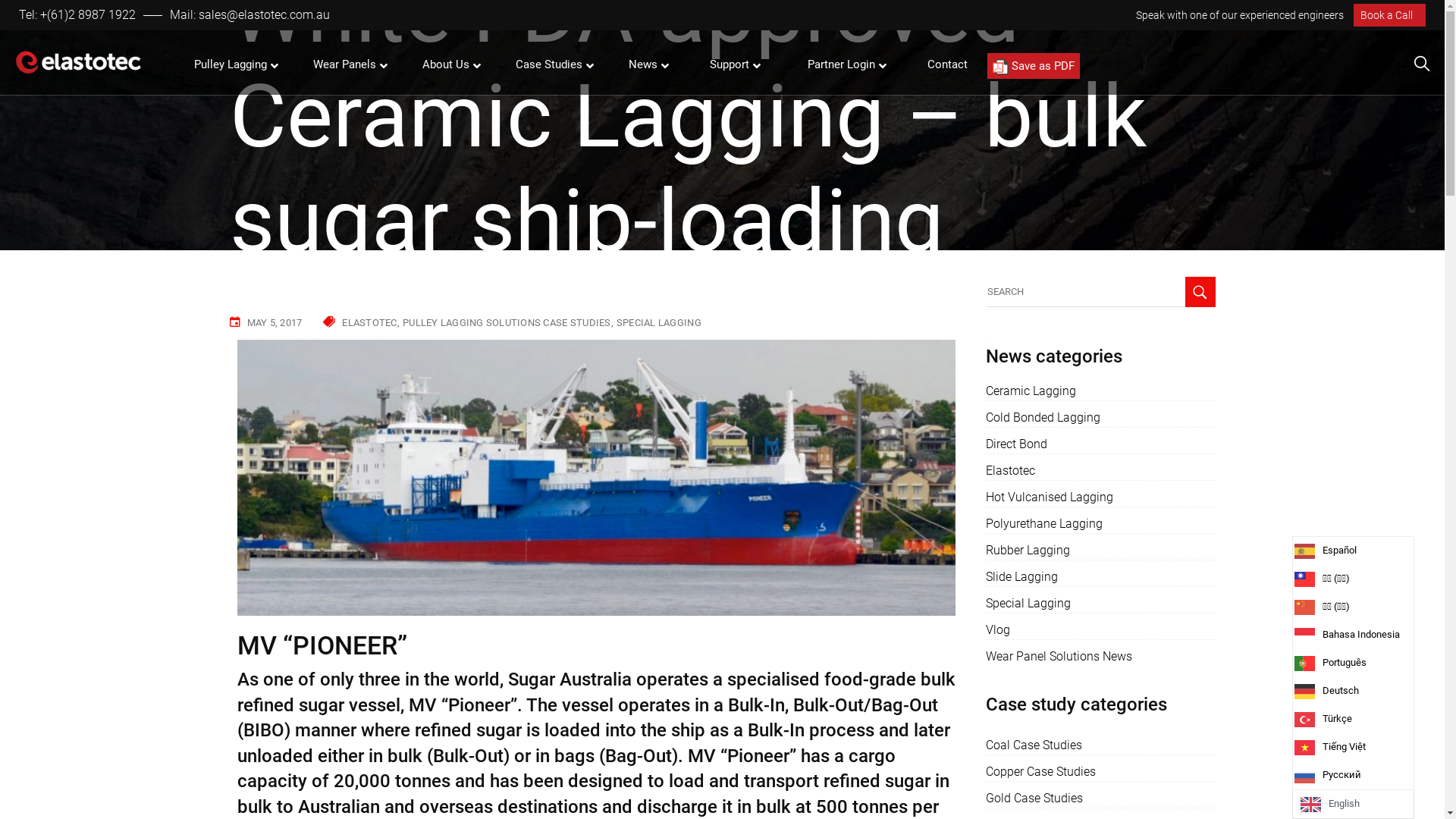 The width and height of the screenshot is (1456, 819). What do you see at coordinates (1028, 550) in the screenshot?
I see `'Rubber Lagging'` at bounding box center [1028, 550].